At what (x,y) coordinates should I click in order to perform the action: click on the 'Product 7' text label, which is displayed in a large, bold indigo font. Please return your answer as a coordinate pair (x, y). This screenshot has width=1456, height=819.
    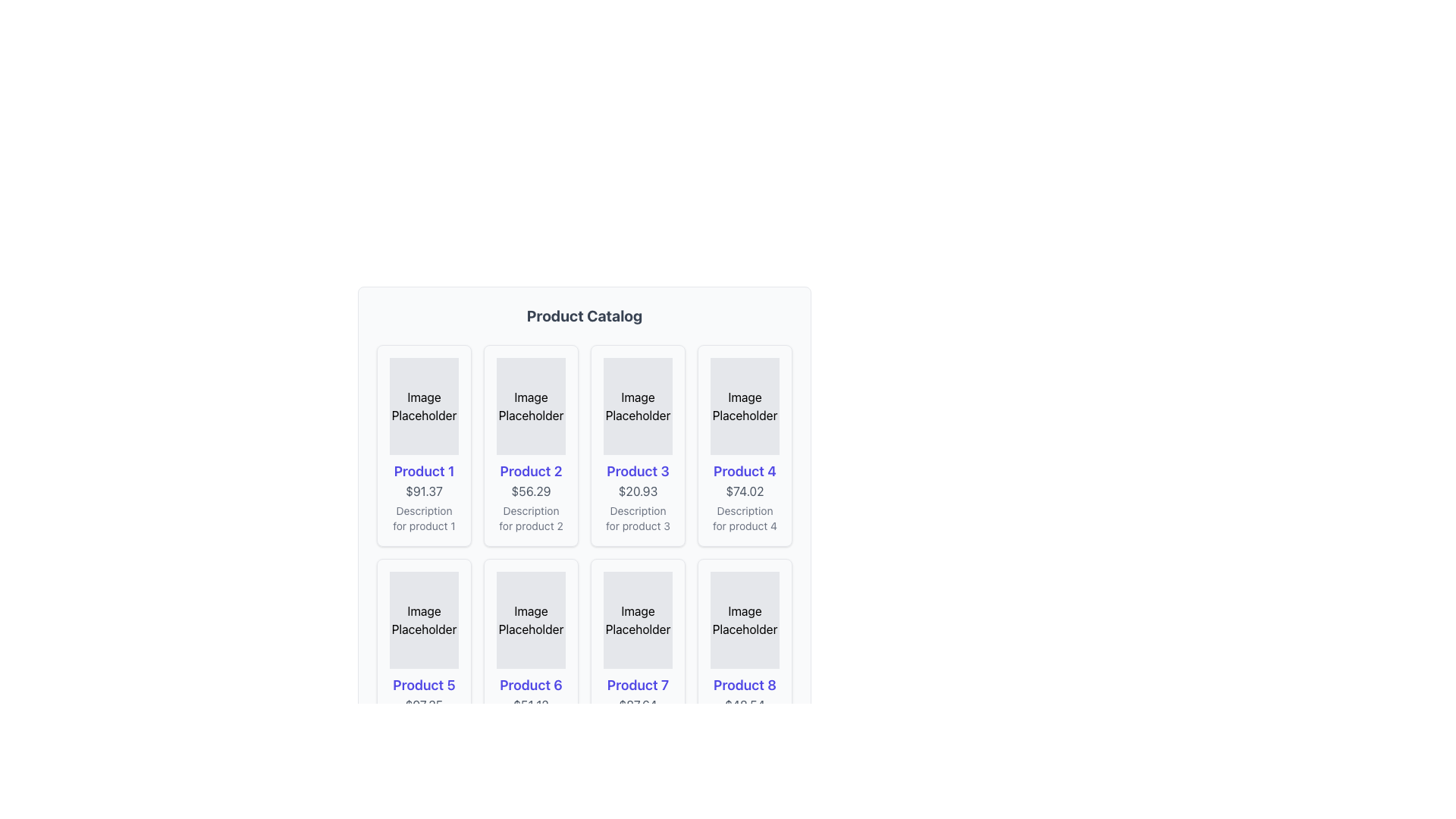
    Looking at the image, I should click on (638, 685).